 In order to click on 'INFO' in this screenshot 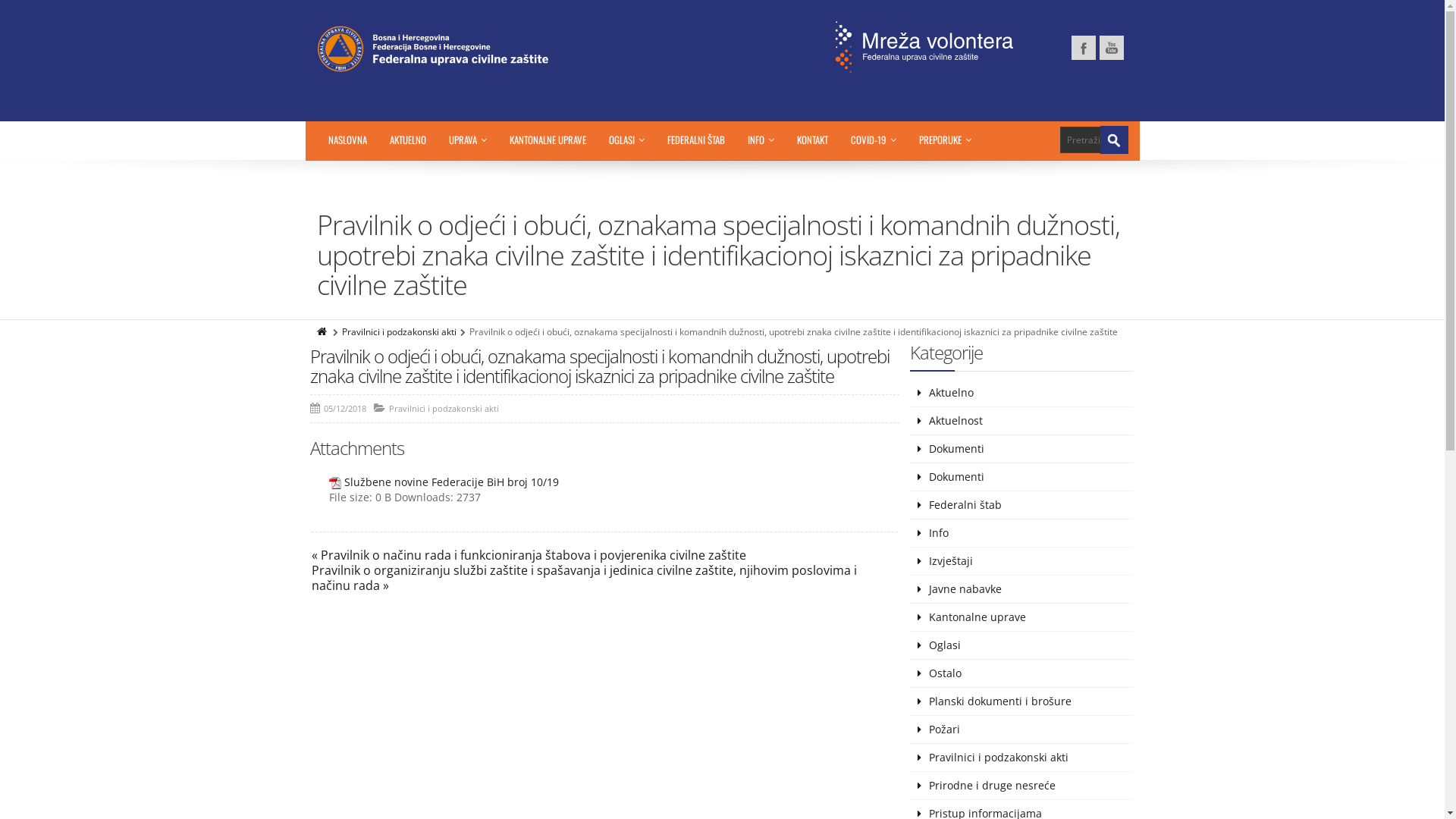, I will do `click(760, 140)`.